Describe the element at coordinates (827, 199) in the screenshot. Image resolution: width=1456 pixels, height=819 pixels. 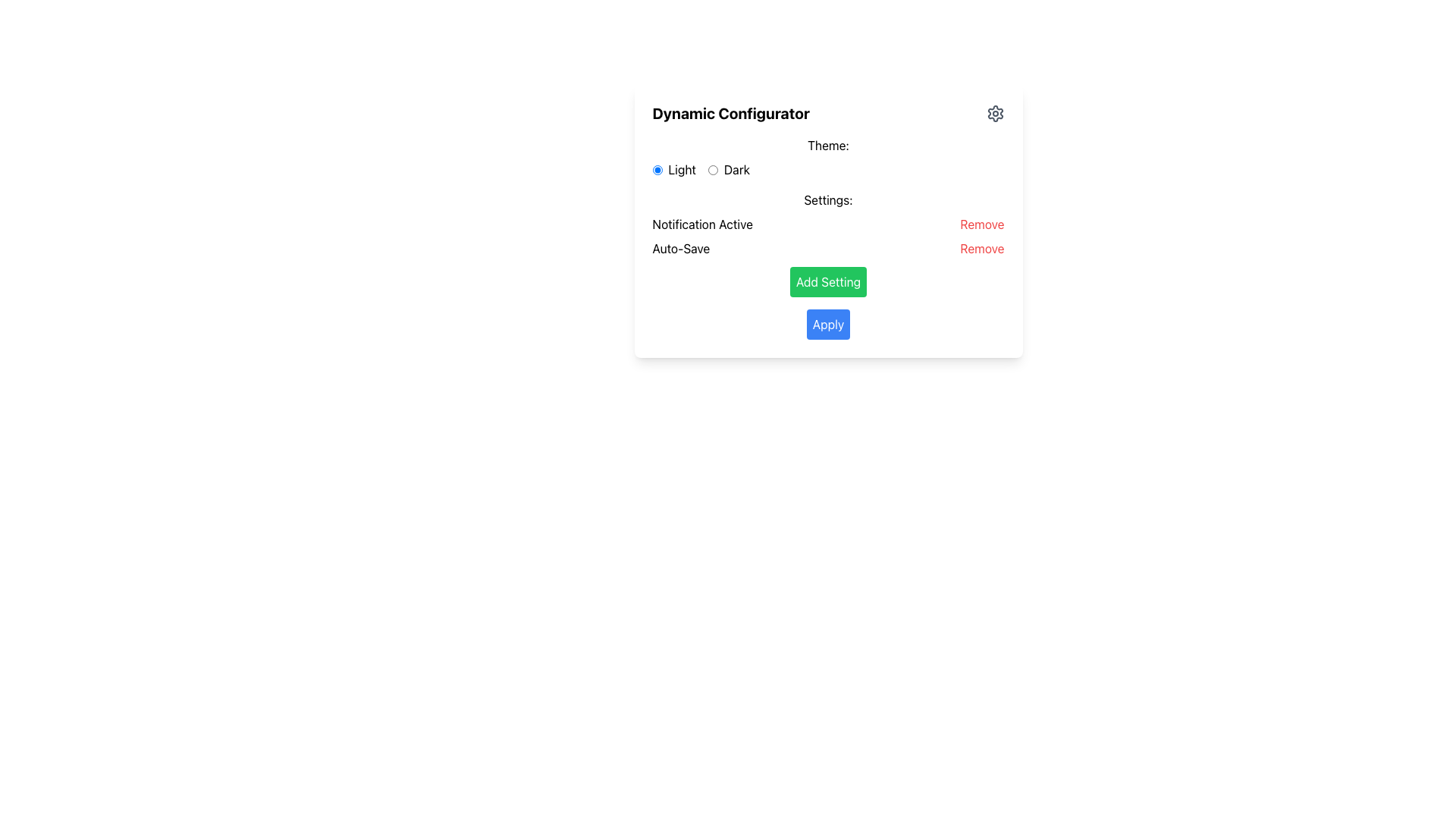
I see `the 'Settings:' static text label, which is styled in bold and positioned centrally above the setting items in the application interface` at that location.